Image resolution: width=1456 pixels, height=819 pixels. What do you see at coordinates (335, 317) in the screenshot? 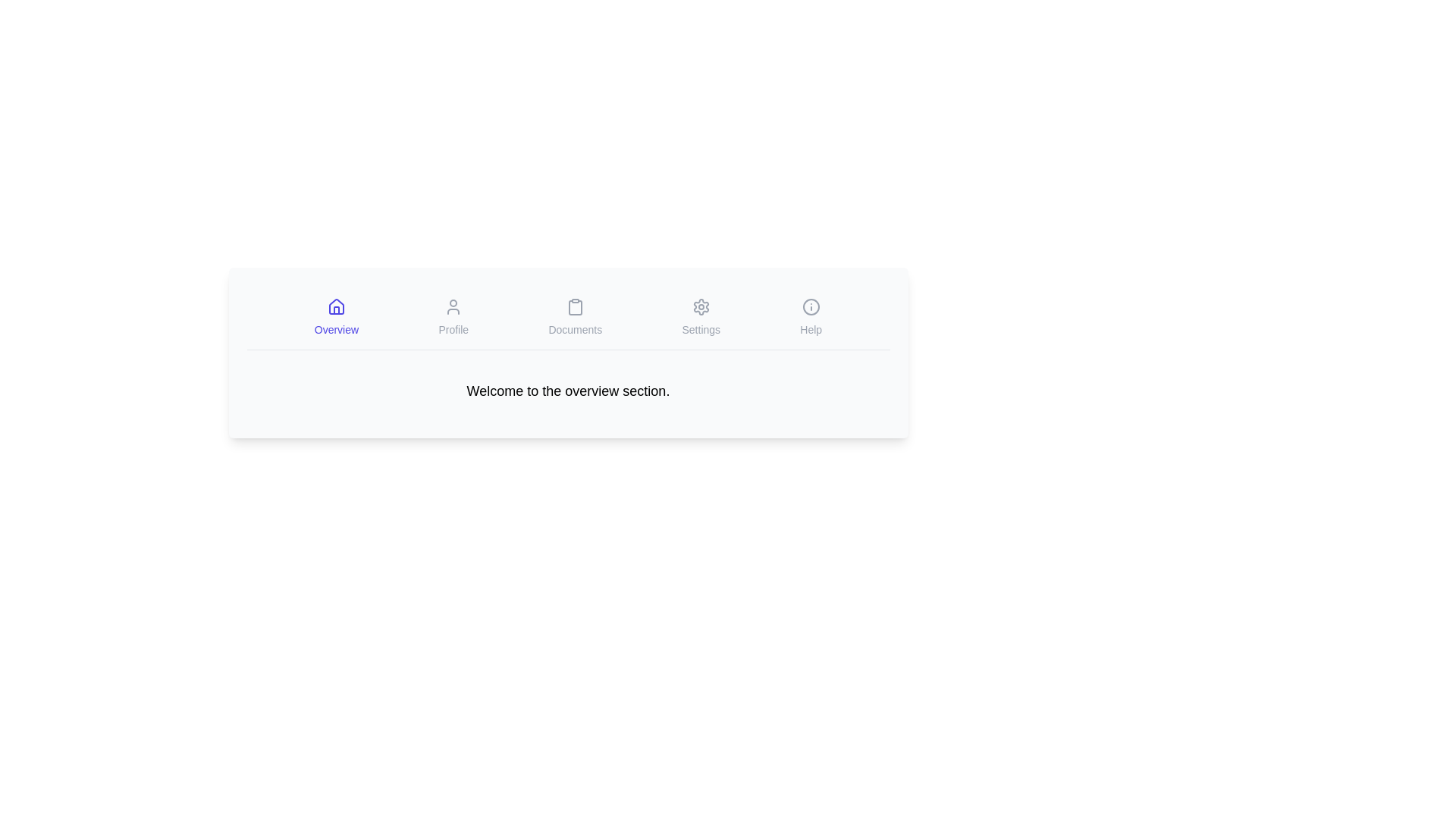
I see `the leftmost Navigation menu item in the horizontal navigation bar` at bounding box center [335, 317].